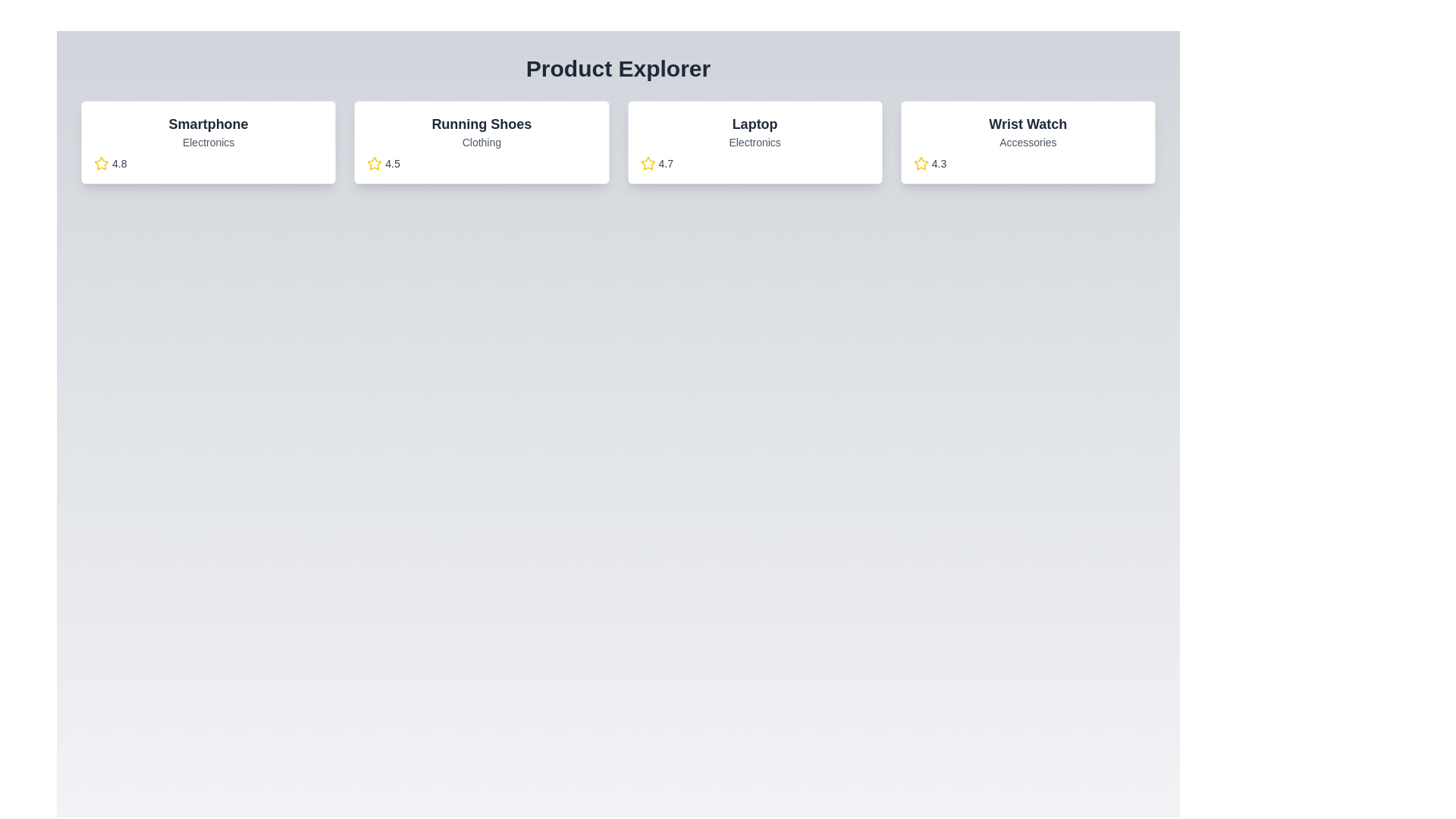 This screenshot has width=1456, height=819. I want to click on the Interactive Card element displaying 'Laptop' with a rating of '4.7' and a star icon, located in the grid layout, so click(755, 143).